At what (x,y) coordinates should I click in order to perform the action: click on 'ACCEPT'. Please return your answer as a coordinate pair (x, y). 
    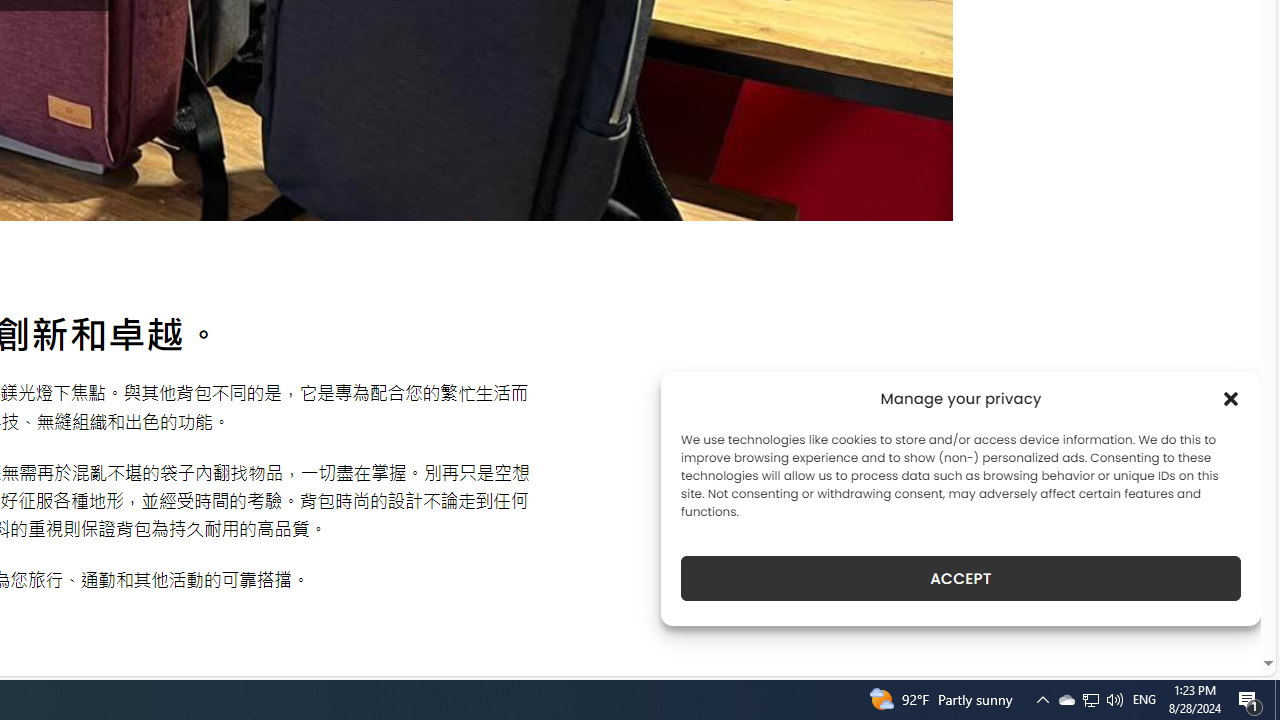
    Looking at the image, I should click on (961, 578).